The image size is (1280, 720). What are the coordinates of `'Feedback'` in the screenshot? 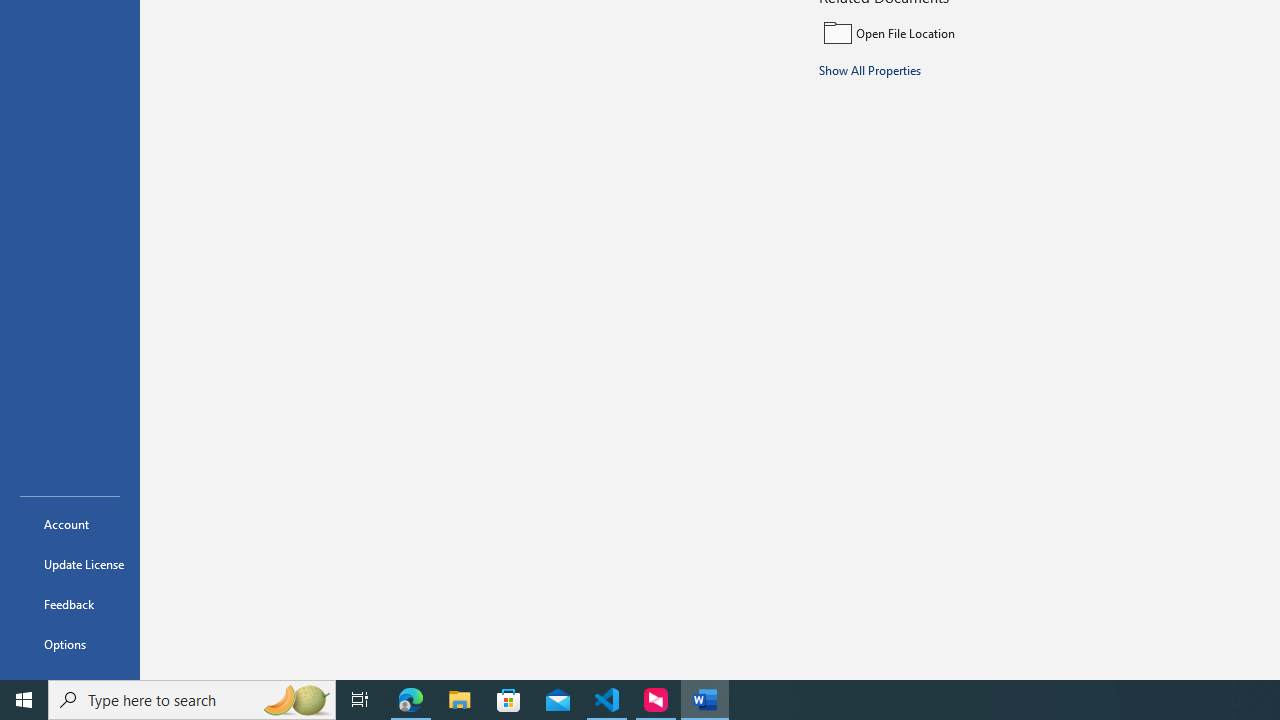 It's located at (69, 603).